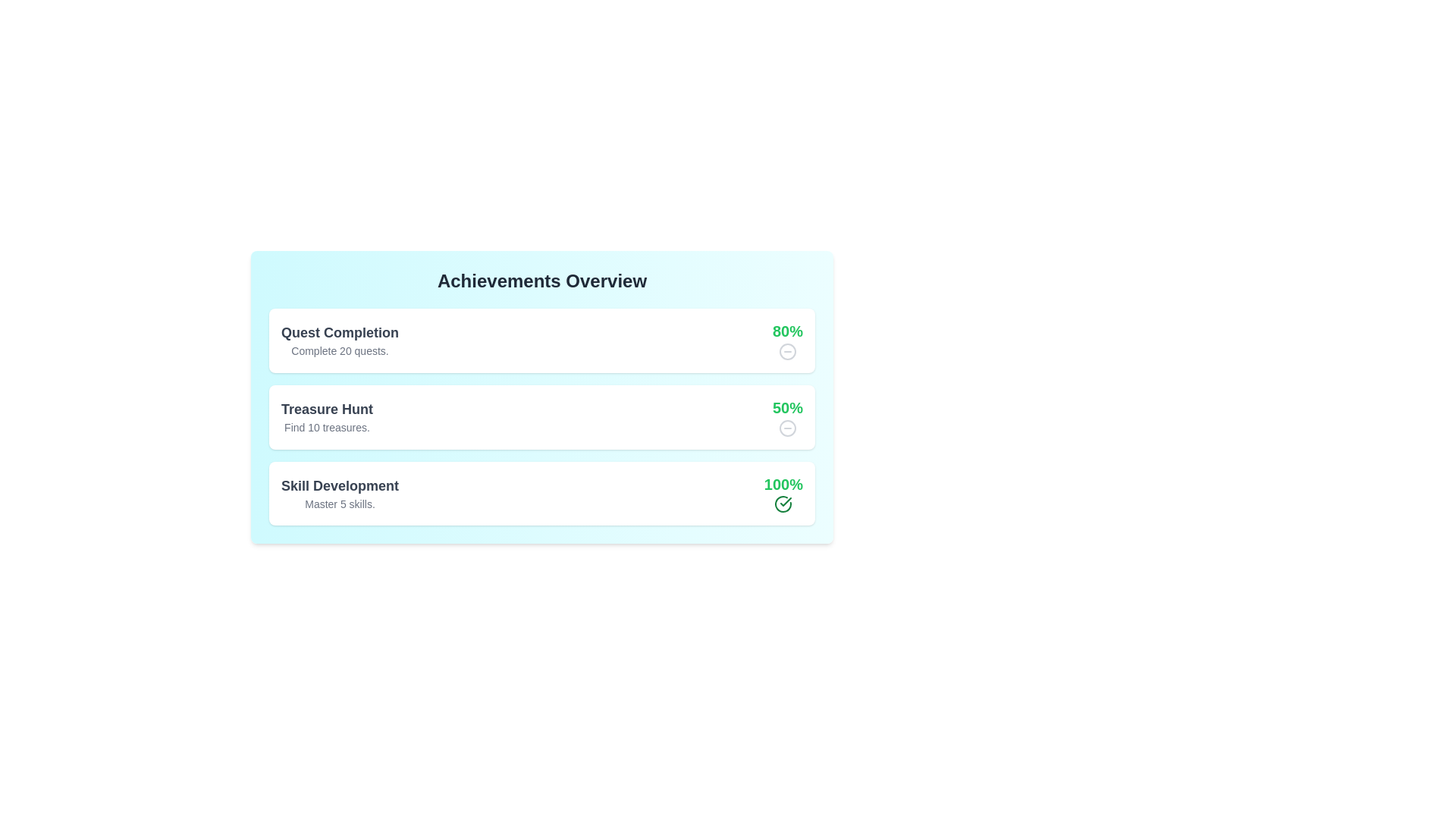 The height and width of the screenshot is (819, 1456). What do you see at coordinates (787, 330) in the screenshot?
I see `the progress percentage text label located in the top-right corner of the 'Quest Completion' section in the 'Achievements Overview' panel, which displays the user's completion rate for the associated task` at bounding box center [787, 330].